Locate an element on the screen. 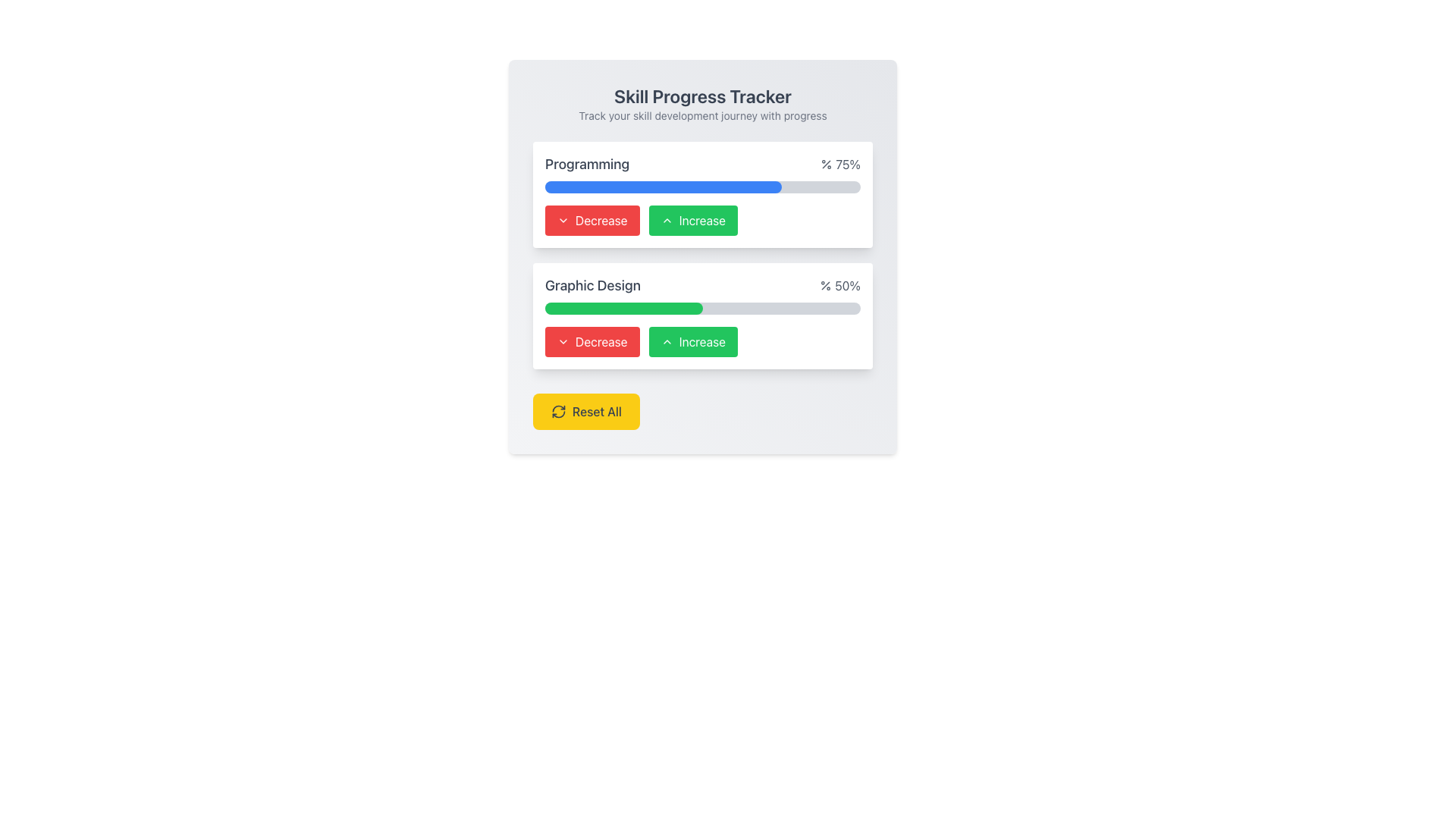 The image size is (1456, 819). the 'Programming' text label located at the top left of the progress tracking section is located at coordinates (586, 164).